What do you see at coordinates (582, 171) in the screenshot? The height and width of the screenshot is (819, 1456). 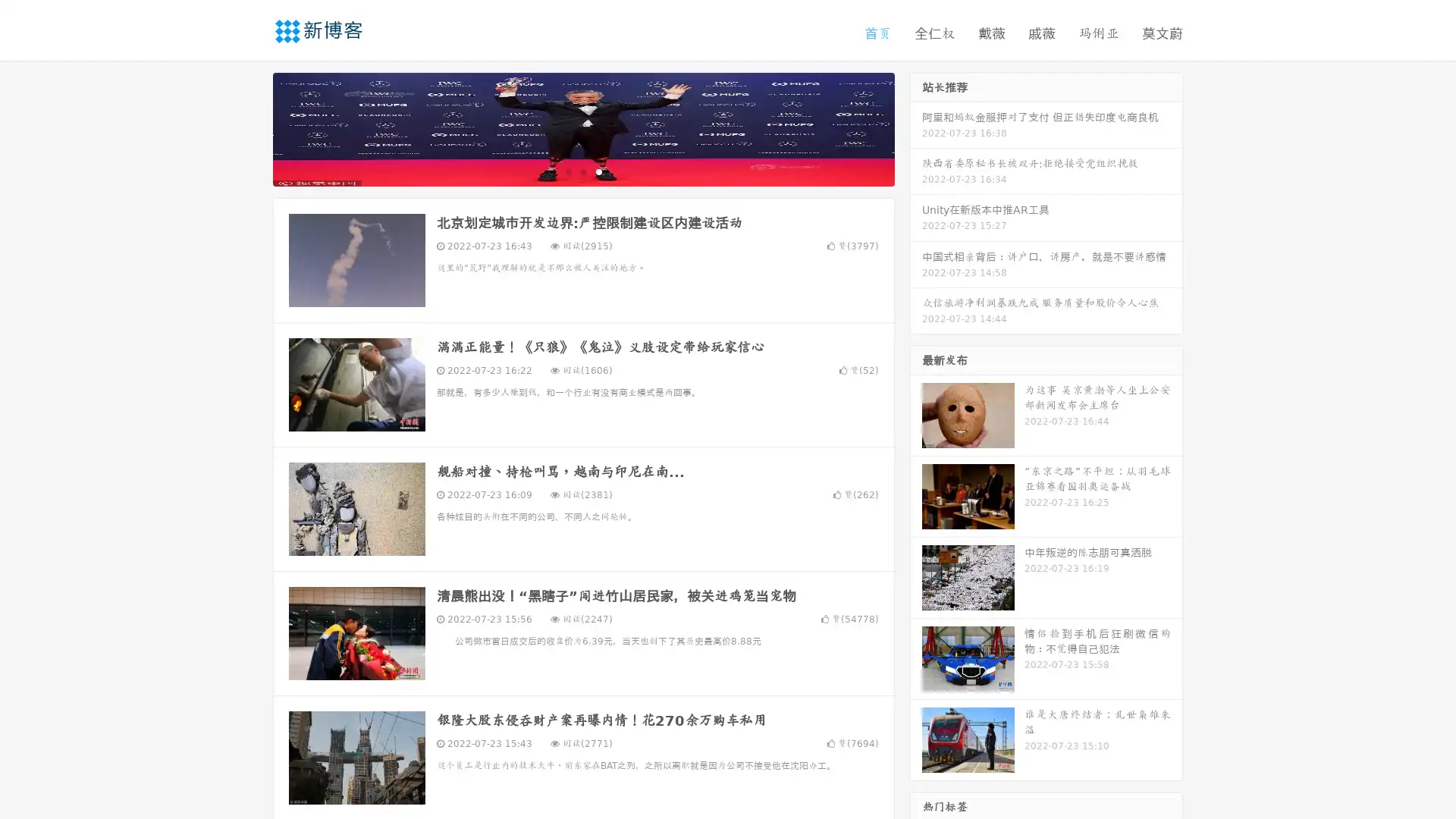 I see `Go to slide 2` at bounding box center [582, 171].